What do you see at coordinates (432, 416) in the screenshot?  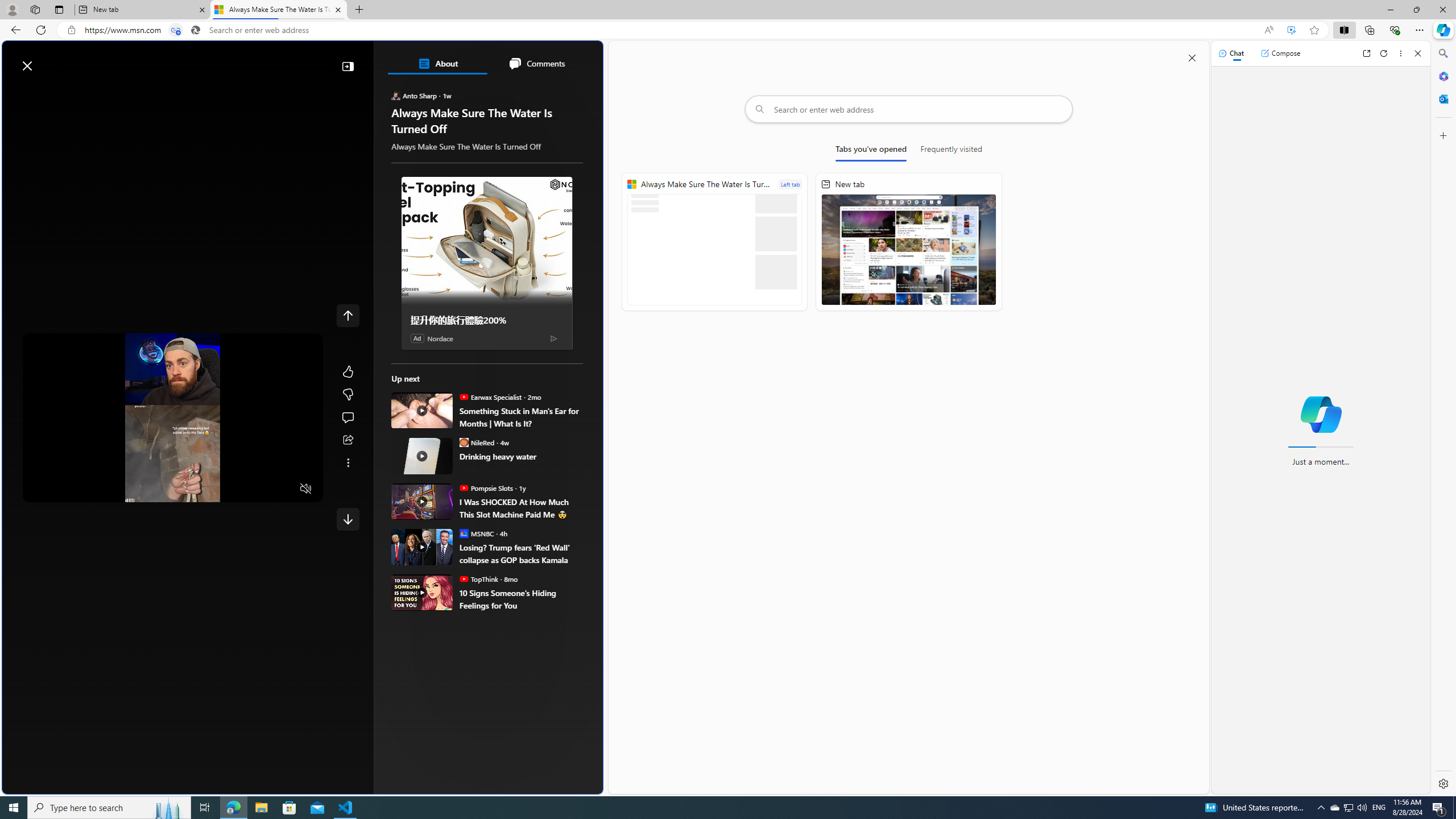 I see `'ABC News'` at bounding box center [432, 416].